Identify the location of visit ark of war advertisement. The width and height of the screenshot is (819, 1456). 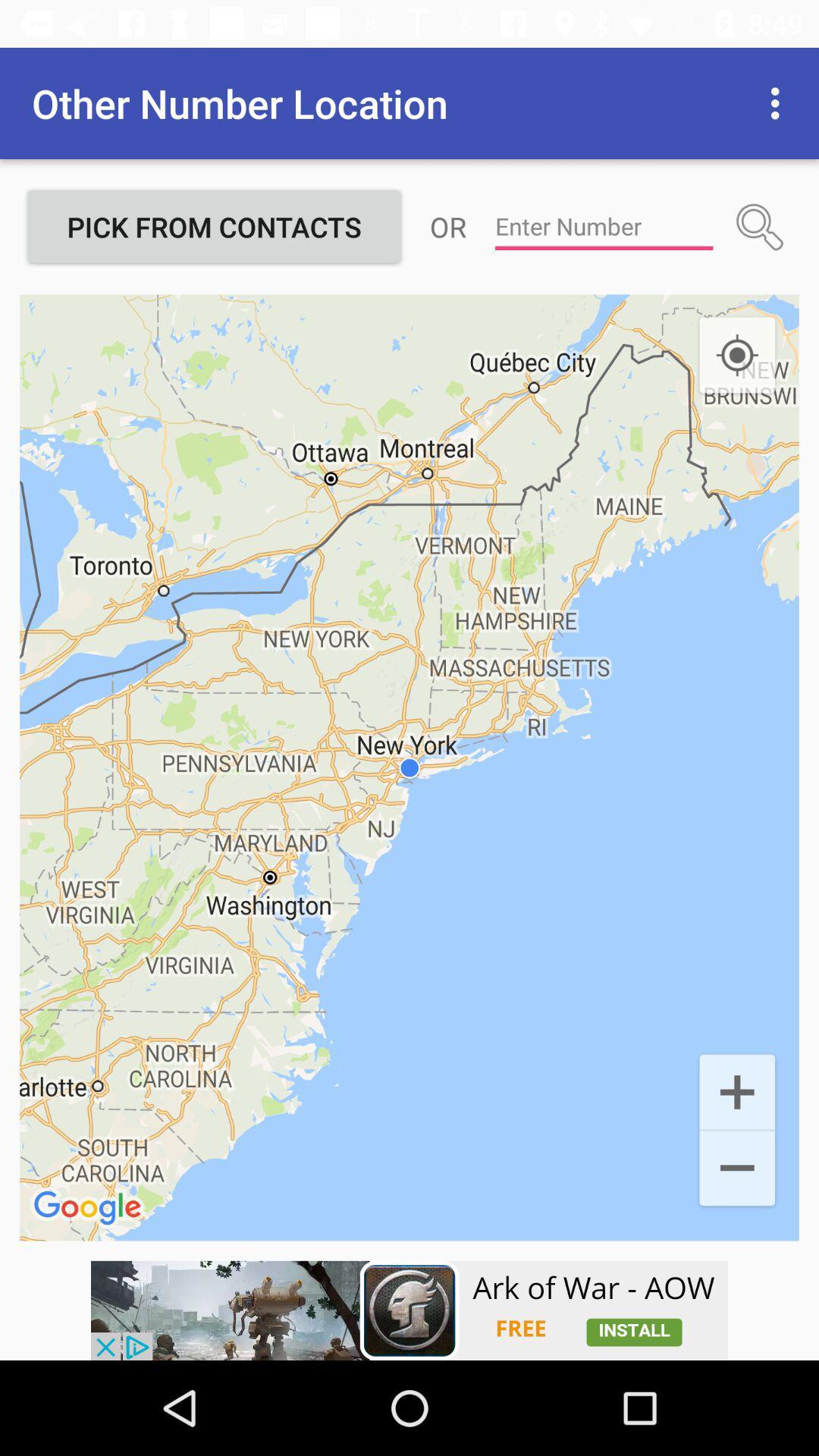
(409, 1310).